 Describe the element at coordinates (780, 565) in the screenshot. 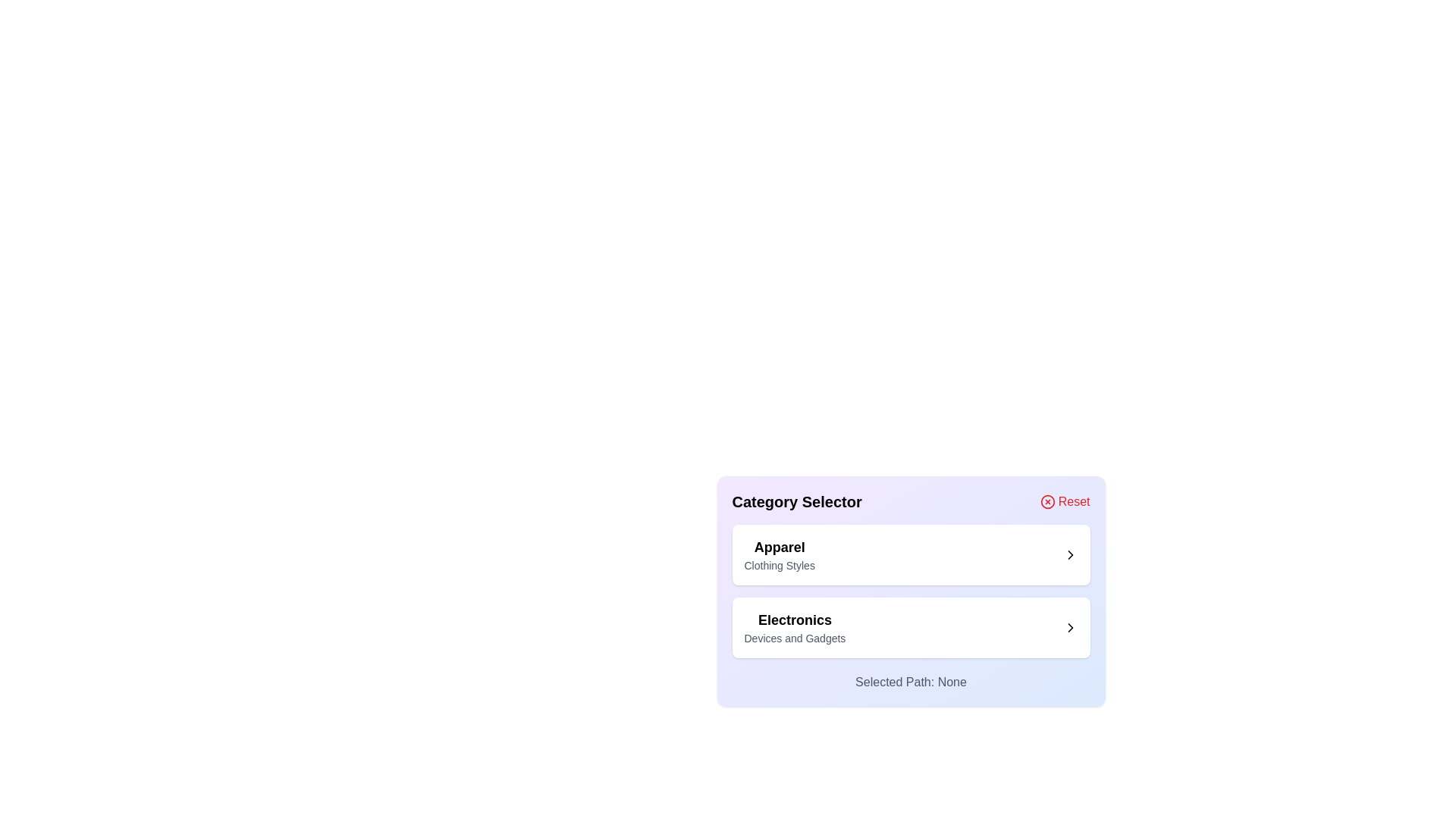

I see `the text label that serves as a description for the 'Apparel' category, located beneath the main heading 'Apparel' in its card` at that location.